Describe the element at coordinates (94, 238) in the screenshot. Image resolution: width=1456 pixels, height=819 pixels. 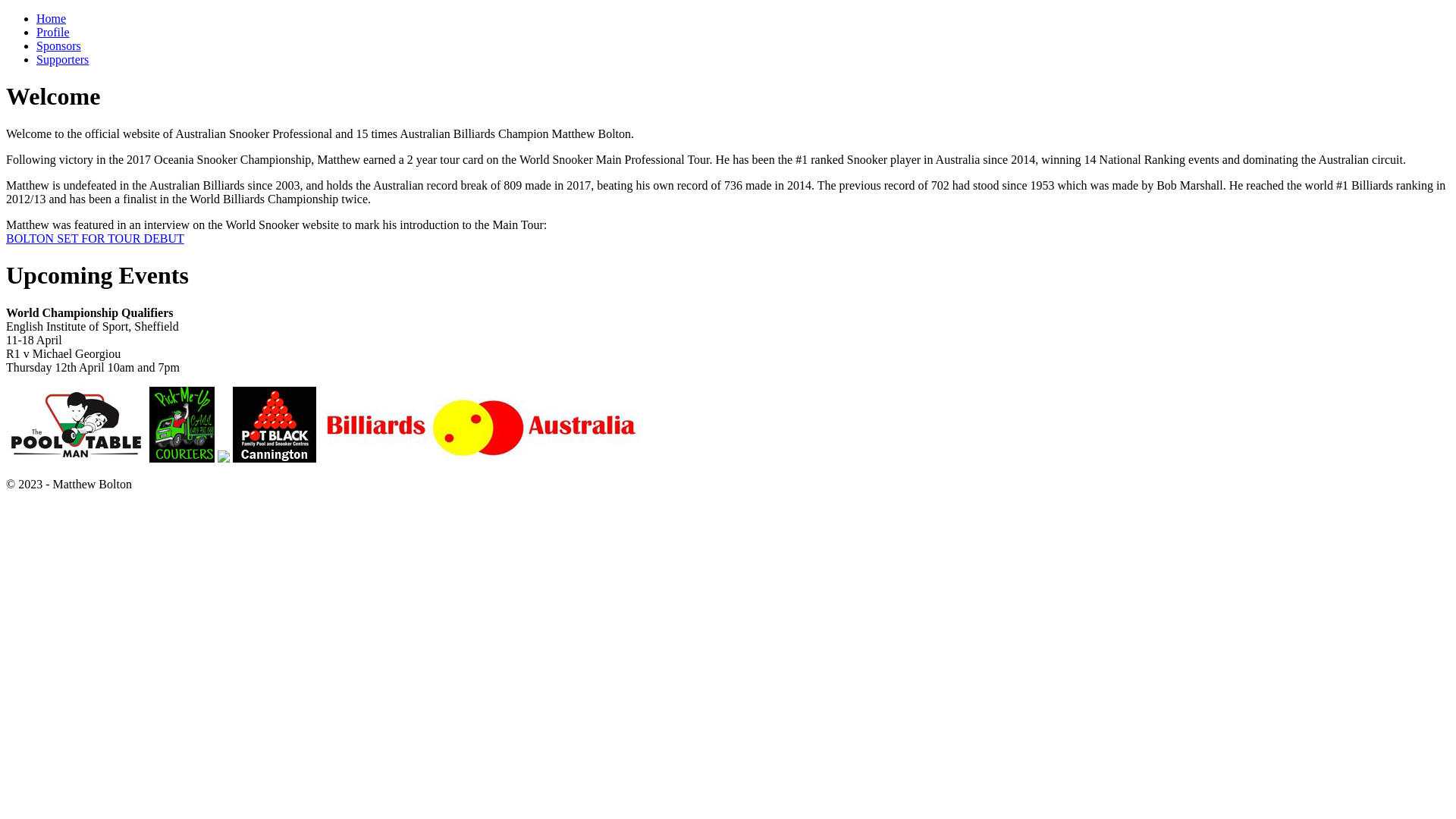
I see `'BOLTON SET FOR TOUR DEBUT'` at that location.